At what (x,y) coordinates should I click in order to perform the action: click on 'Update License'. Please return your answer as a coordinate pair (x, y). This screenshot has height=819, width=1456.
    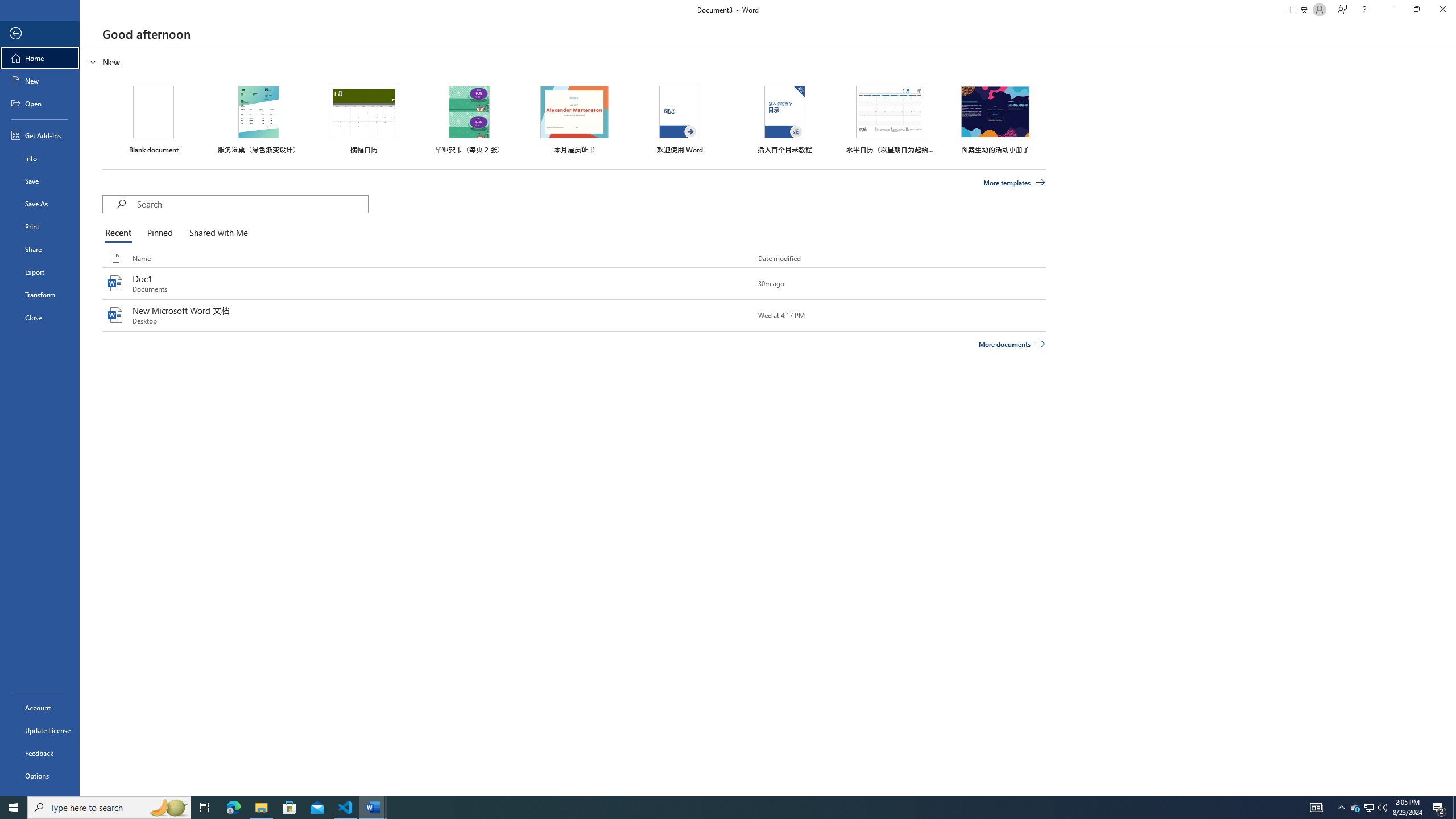
    Looking at the image, I should click on (39, 730).